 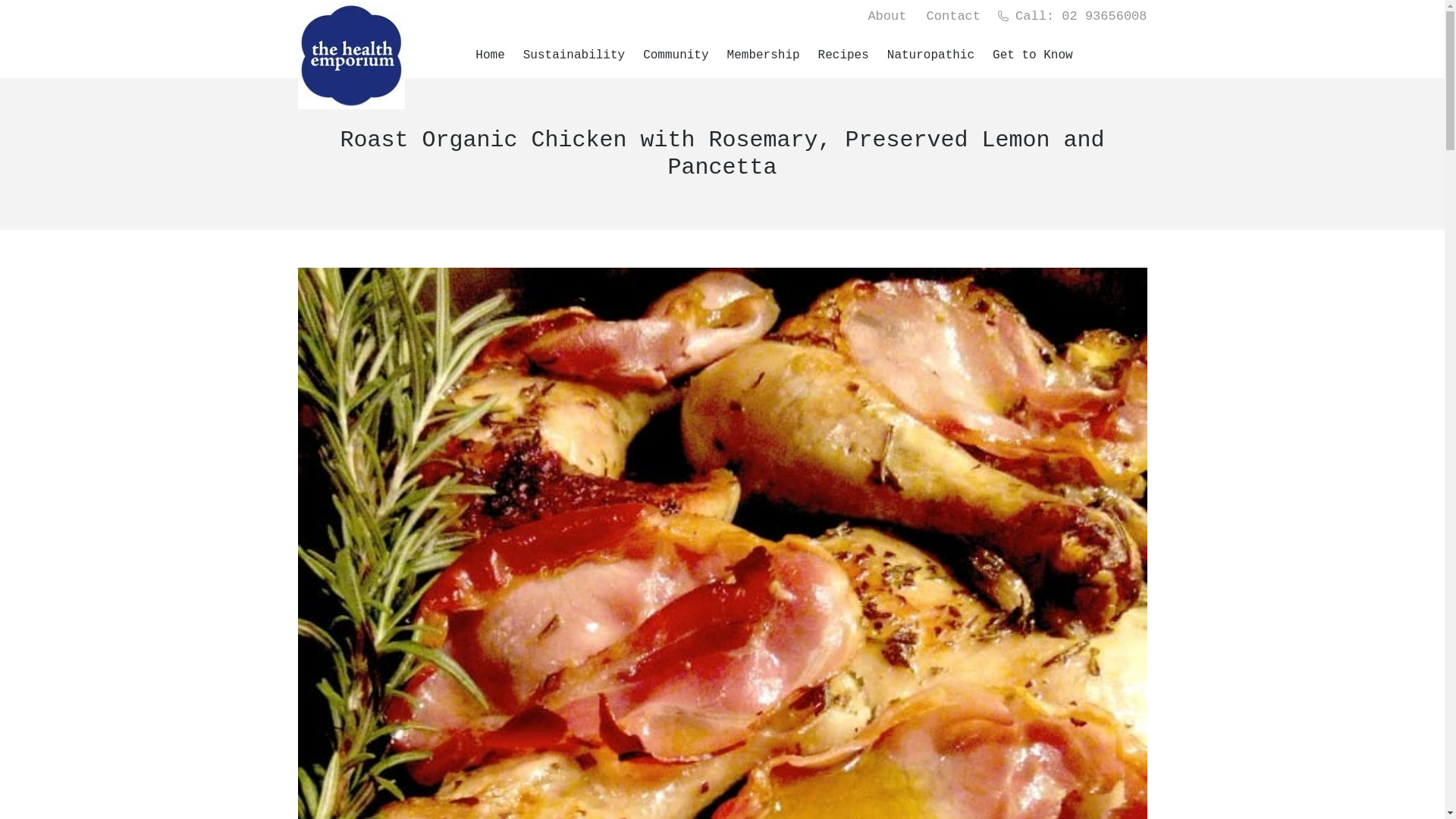 What do you see at coordinates (764, 55) in the screenshot?
I see `'Membership'` at bounding box center [764, 55].